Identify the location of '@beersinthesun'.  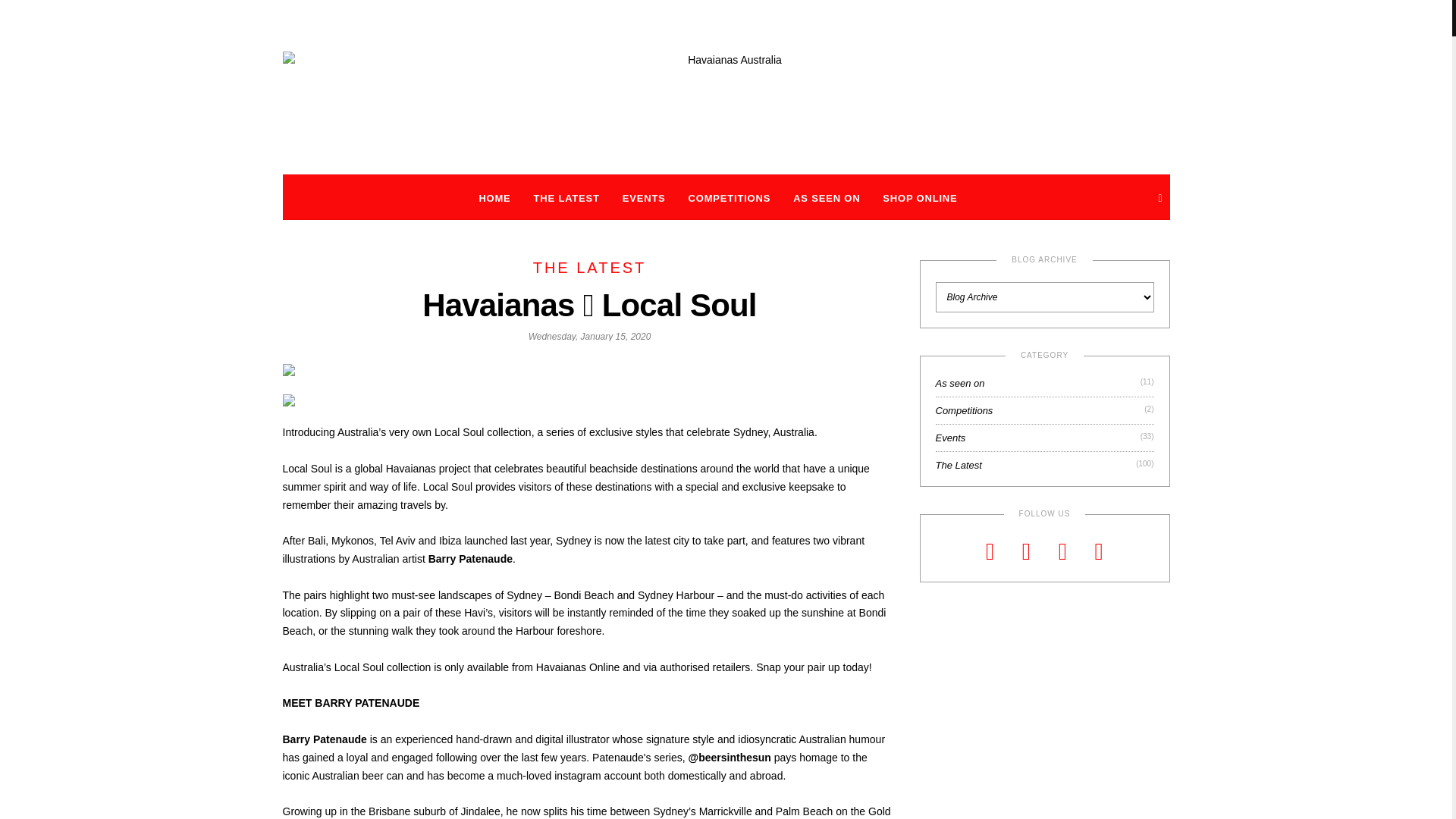
(687, 758).